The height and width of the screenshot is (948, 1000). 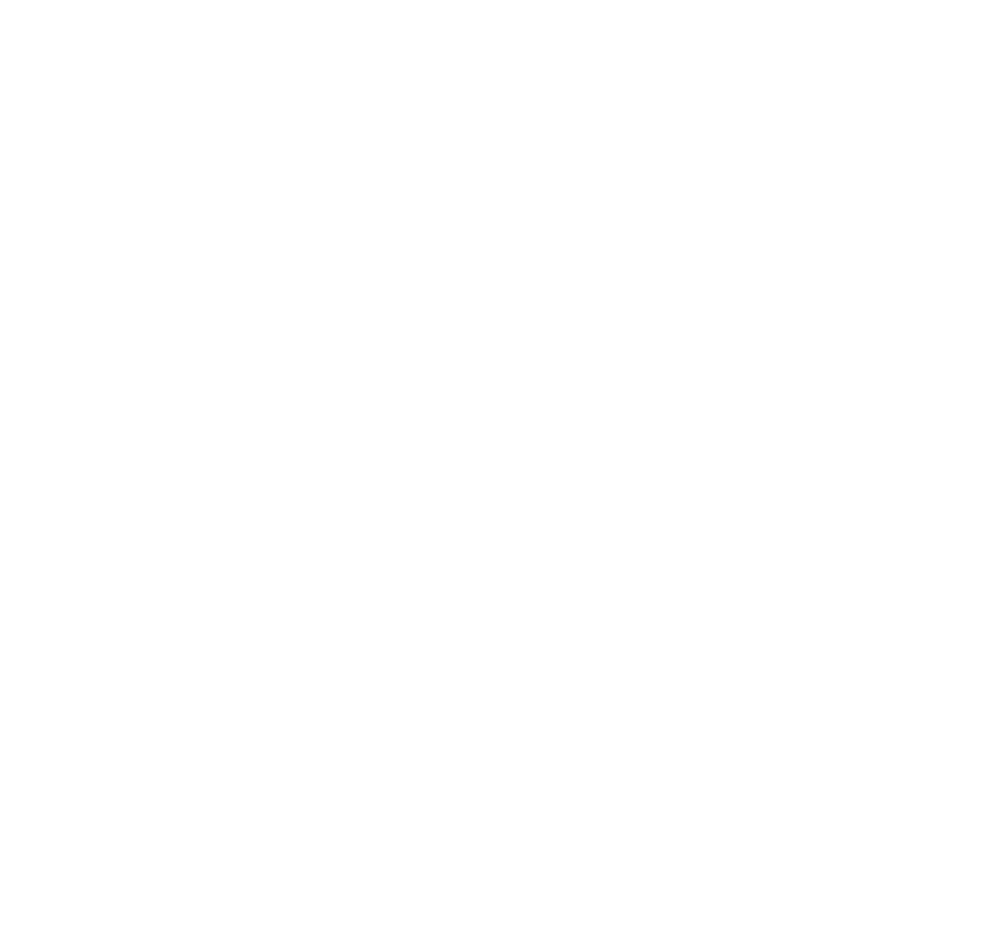 I want to click on 'Another trend that the future may hold for Mexican cuisine in the US is insects. “Bug season” is a popular foodie occasion in Mexico, and high-end restaurants there are increasingly featuring insects on their menus, Maya Kroth wrote in a recent story for', so click(x=330, y=820).